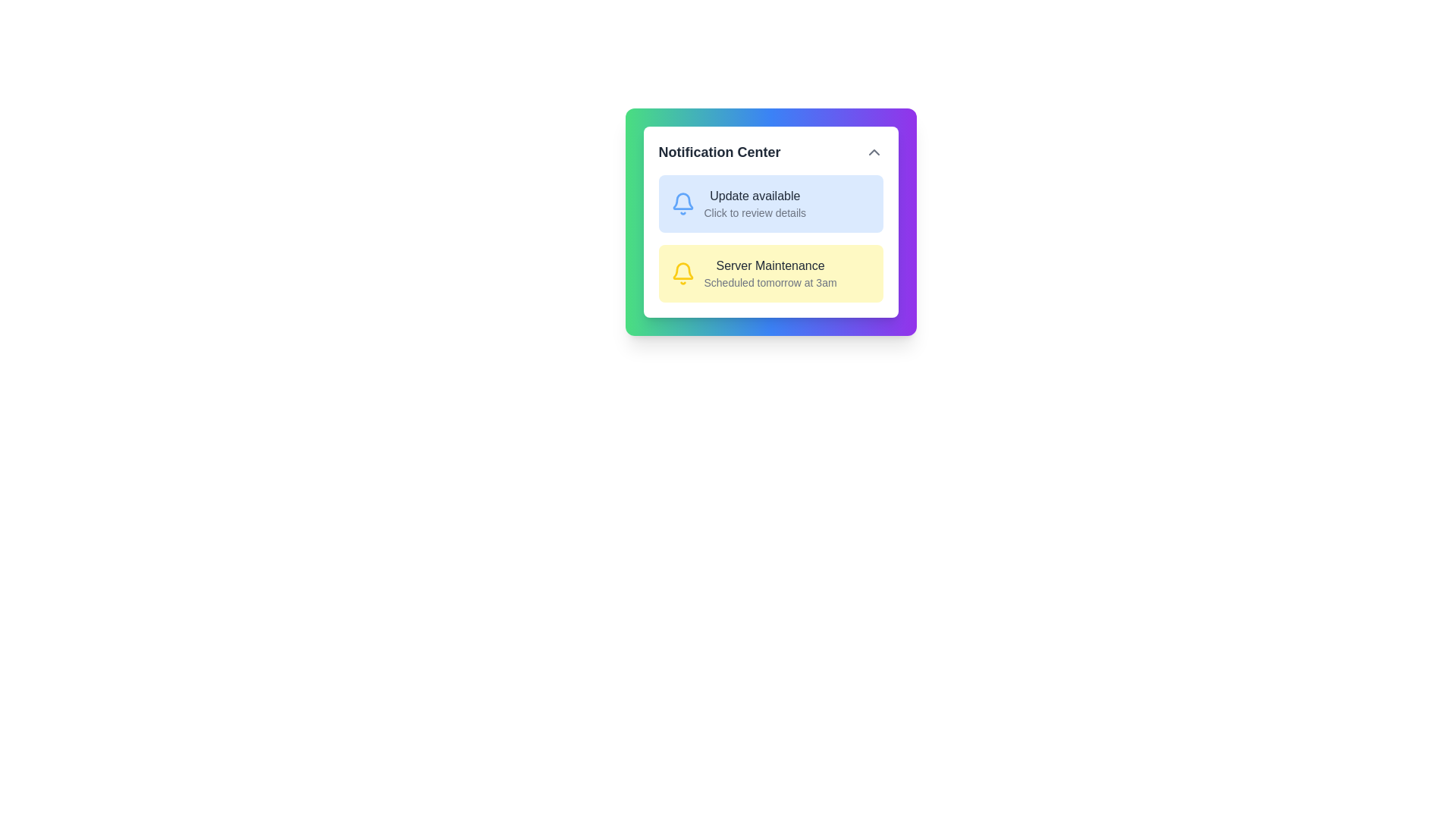  Describe the element at coordinates (682, 203) in the screenshot. I see `the bell icon located within the blue-highlighted notification card under the 'Notification Center' heading, aligned to the left of the card's text content` at that location.